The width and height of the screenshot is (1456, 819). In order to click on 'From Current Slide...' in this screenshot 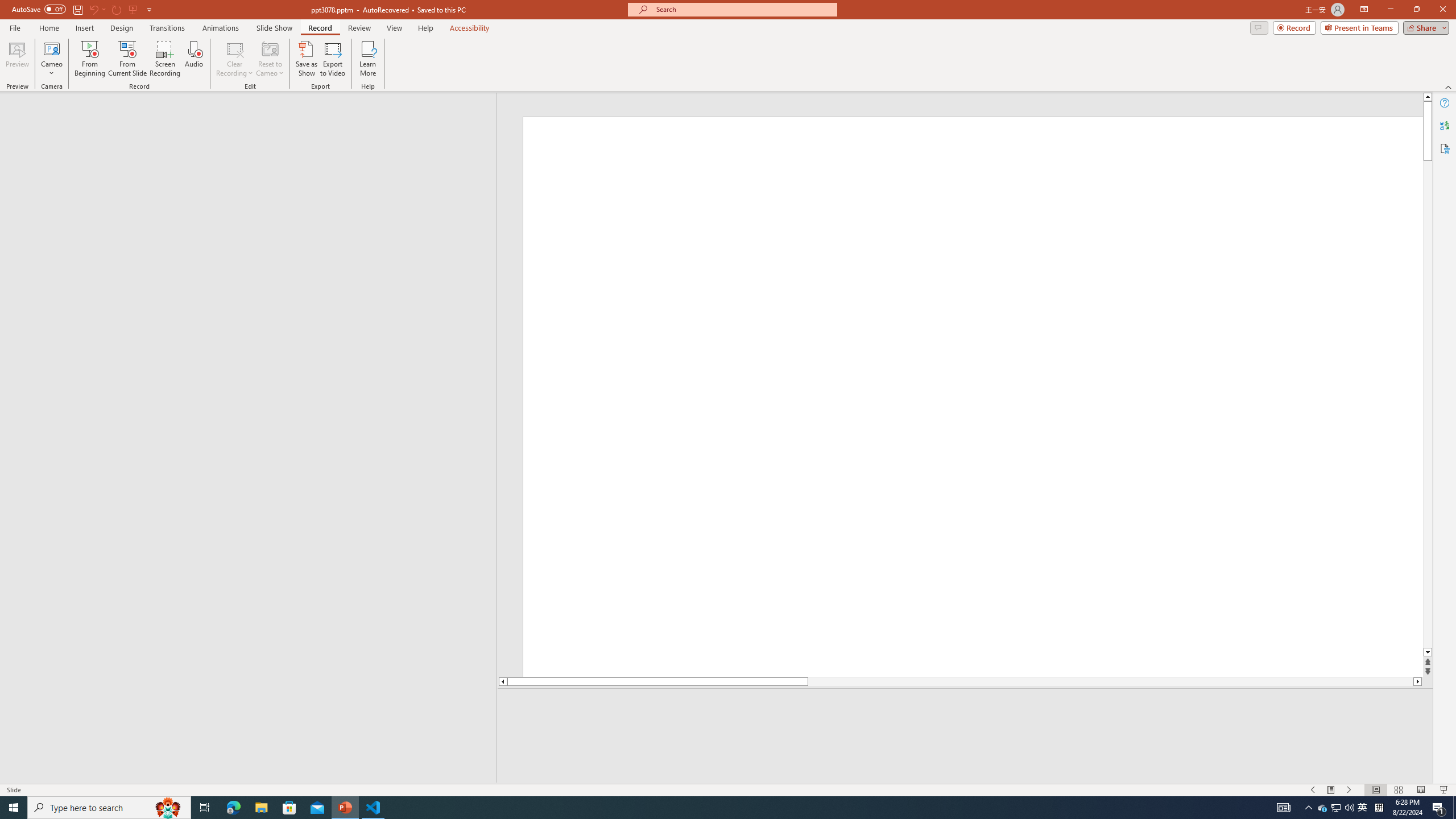, I will do `click(127, 59)`.